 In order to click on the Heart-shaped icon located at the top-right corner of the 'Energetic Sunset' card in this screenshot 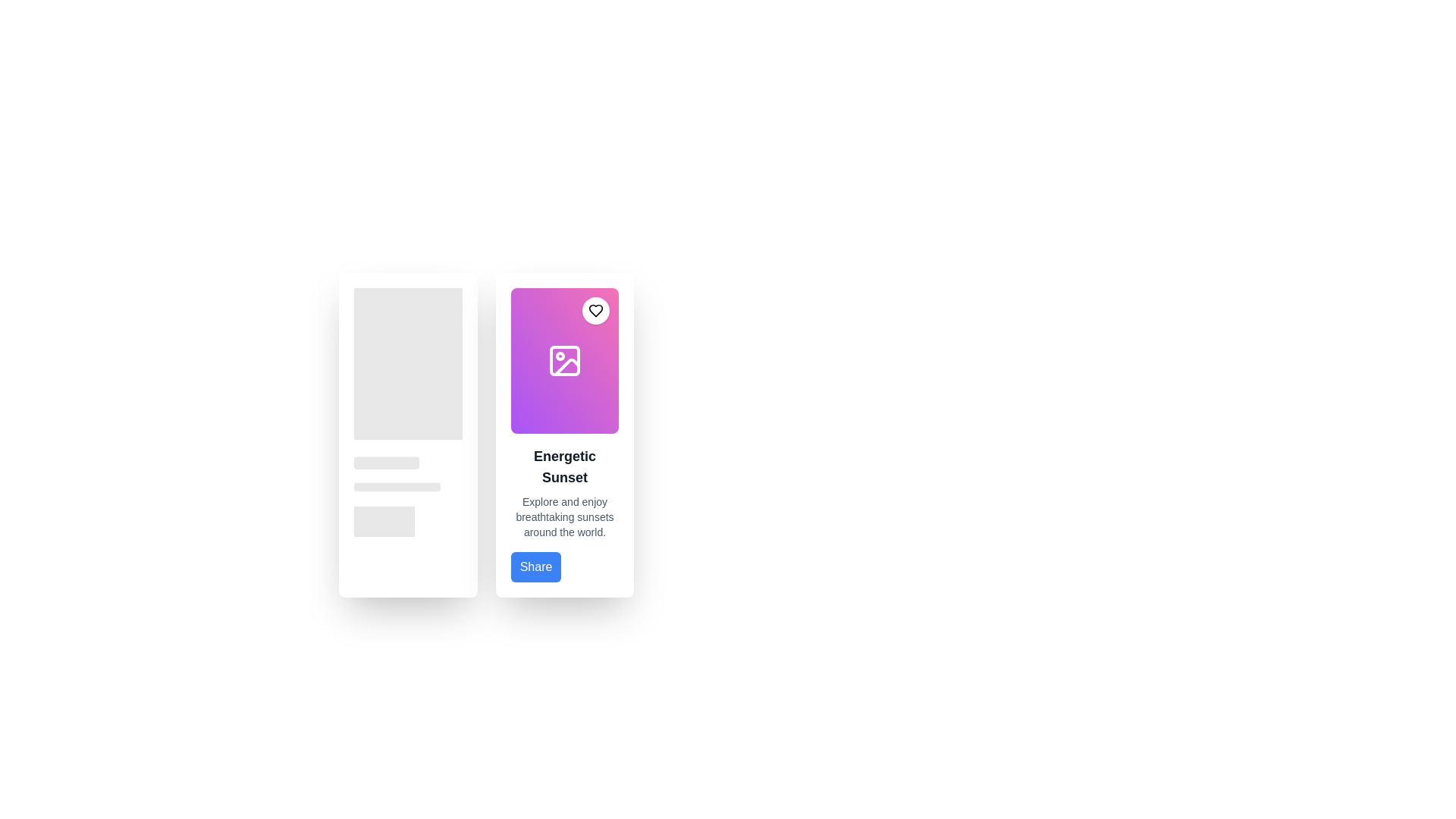, I will do `click(595, 309)`.